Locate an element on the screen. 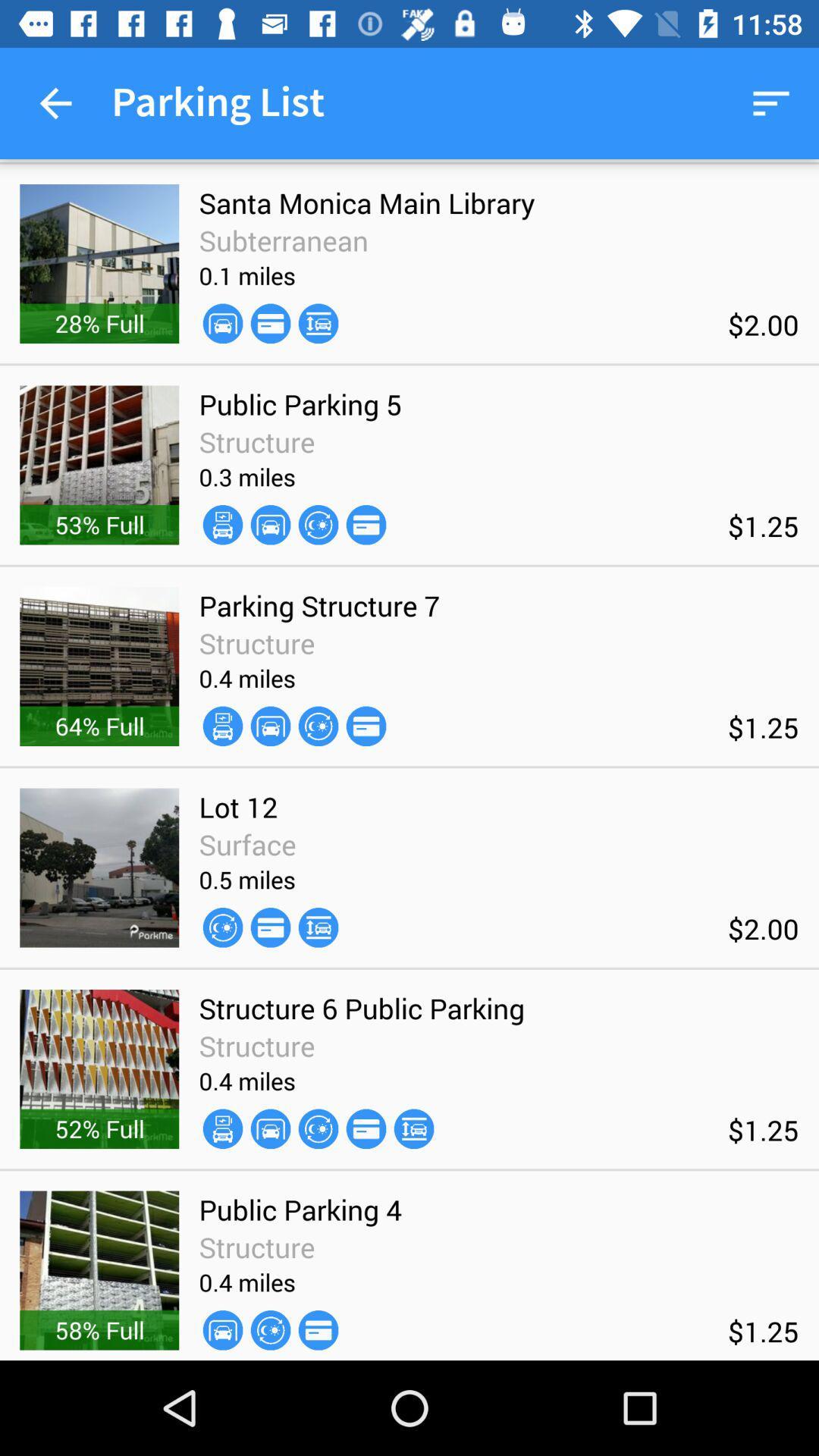 Image resolution: width=819 pixels, height=1456 pixels. icon to the left of parking list icon is located at coordinates (55, 102).